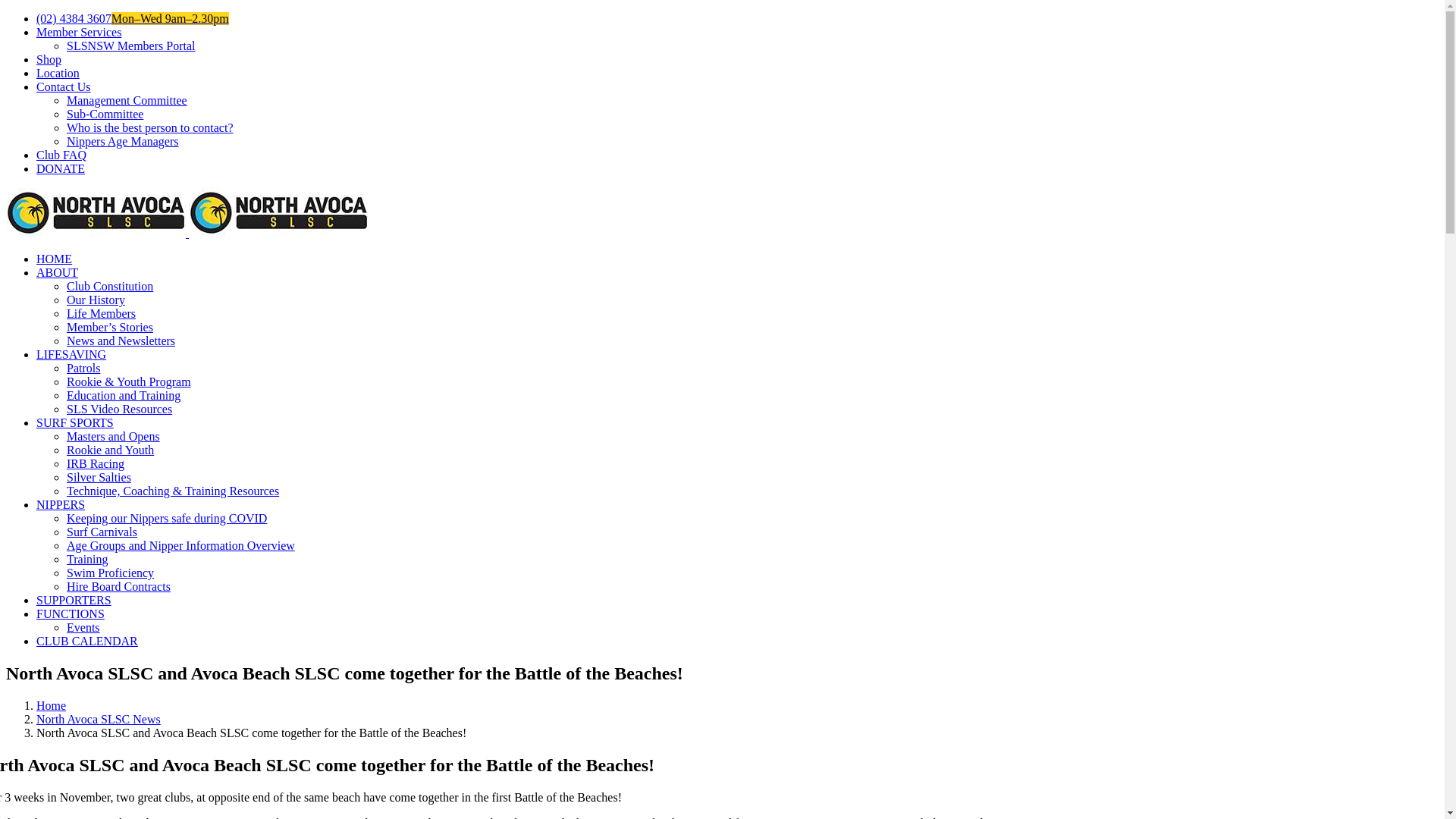 The width and height of the screenshot is (1456, 819). Describe the element at coordinates (73, 599) in the screenshot. I see `'SUPPORTERS'` at that location.